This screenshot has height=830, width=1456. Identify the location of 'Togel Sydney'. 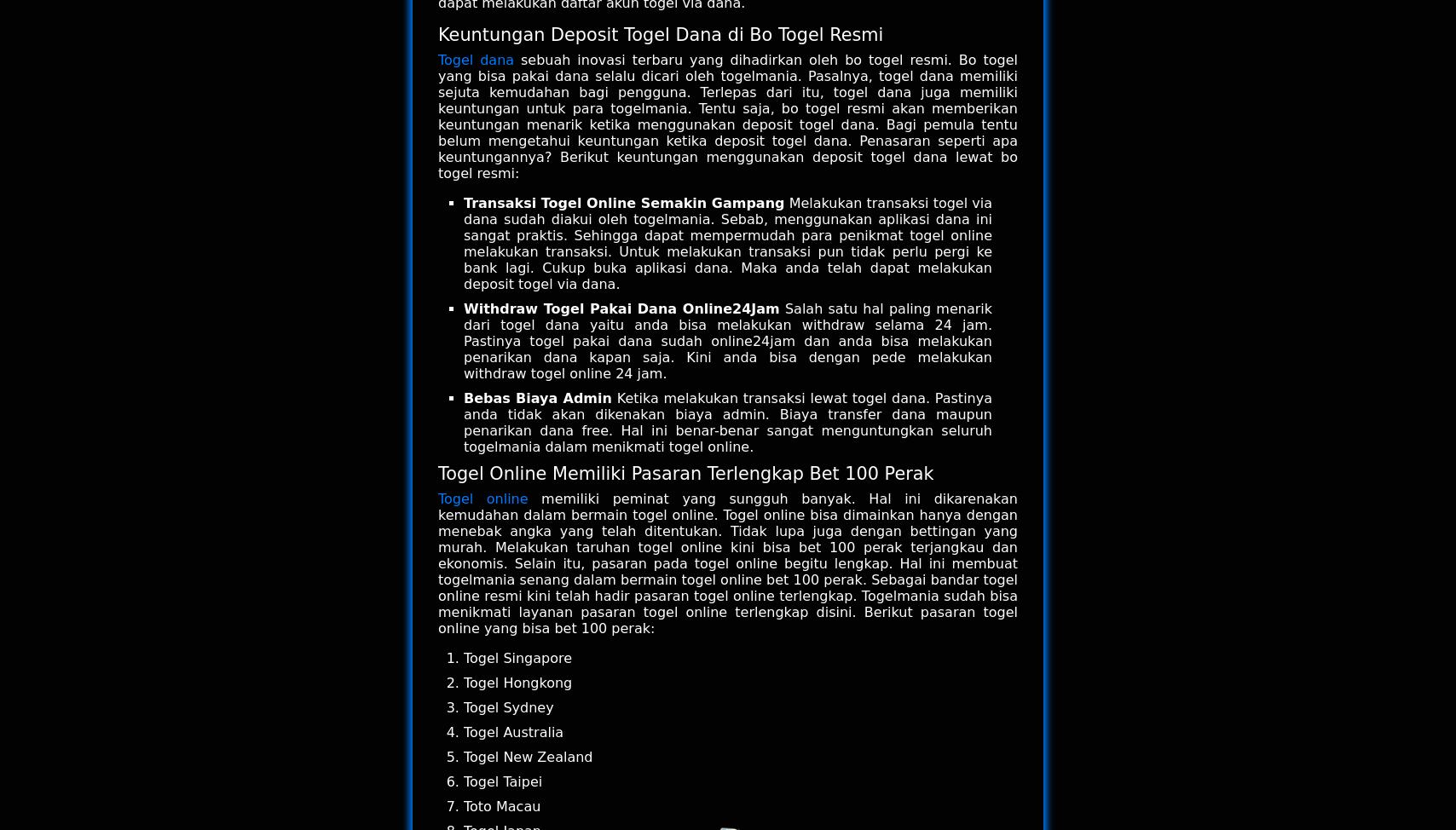
(463, 707).